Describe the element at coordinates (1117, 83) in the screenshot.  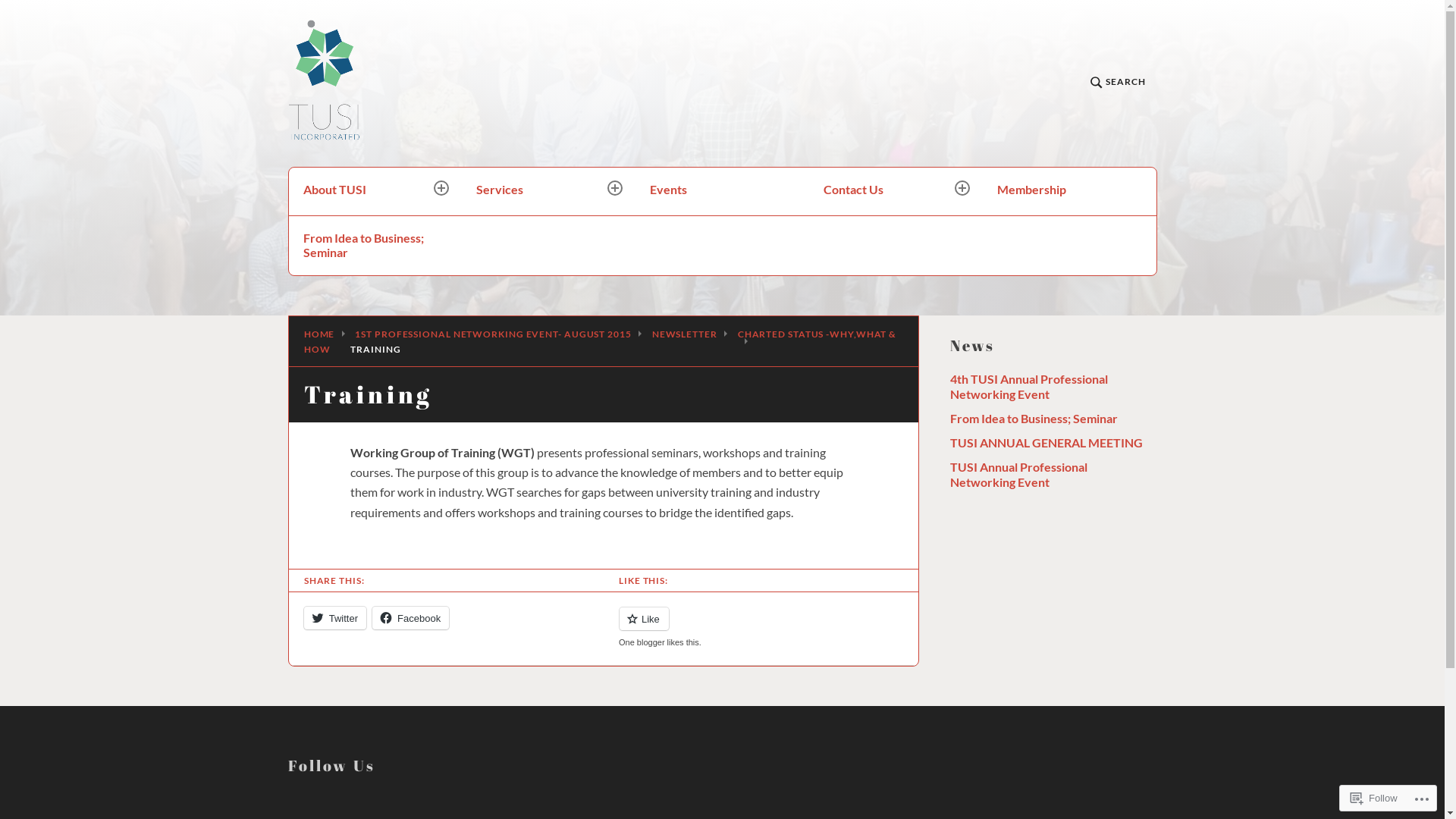
I see `'SEARCH'` at that location.